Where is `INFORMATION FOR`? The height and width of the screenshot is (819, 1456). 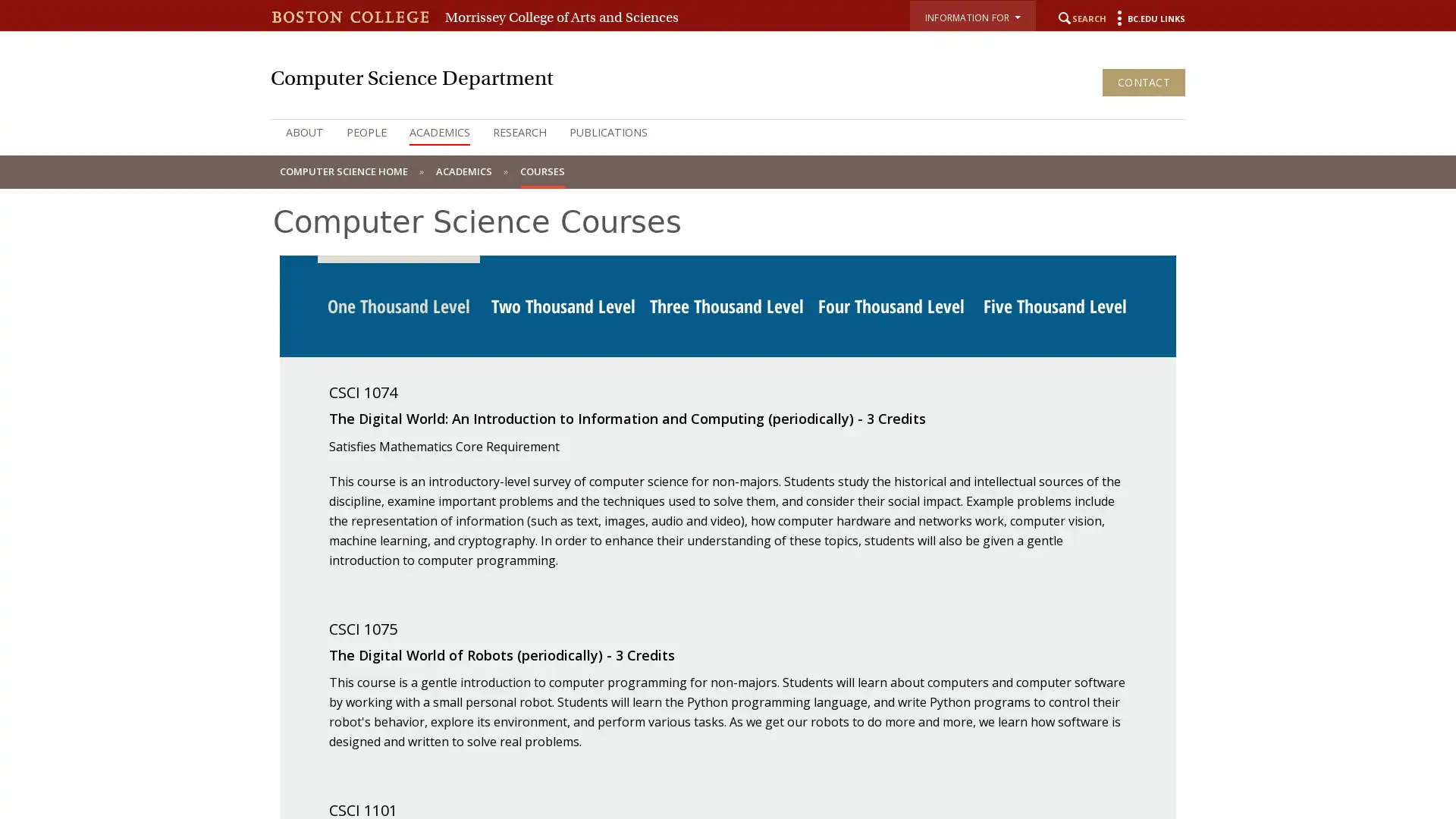 INFORMATION FOR is located at coordinates (972, 17).